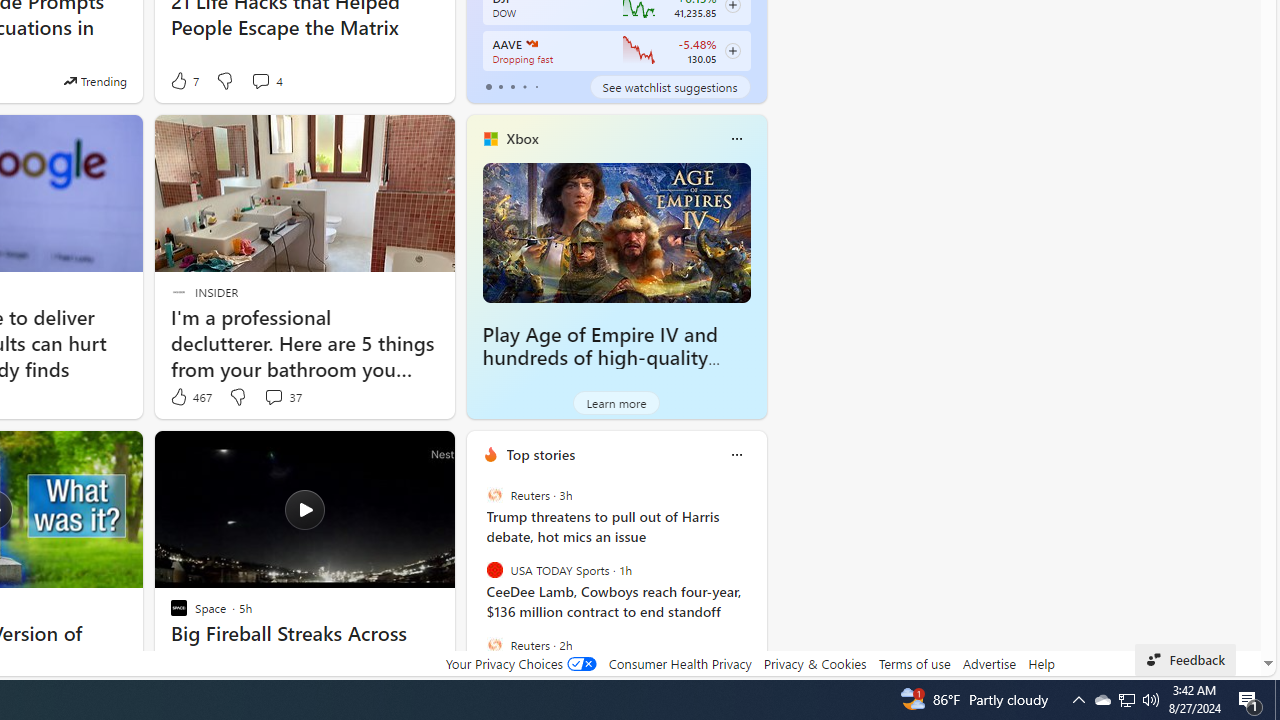 The width and height of the screenshot is (1280, 720). I want to click on 'previous', so click(475, 583).